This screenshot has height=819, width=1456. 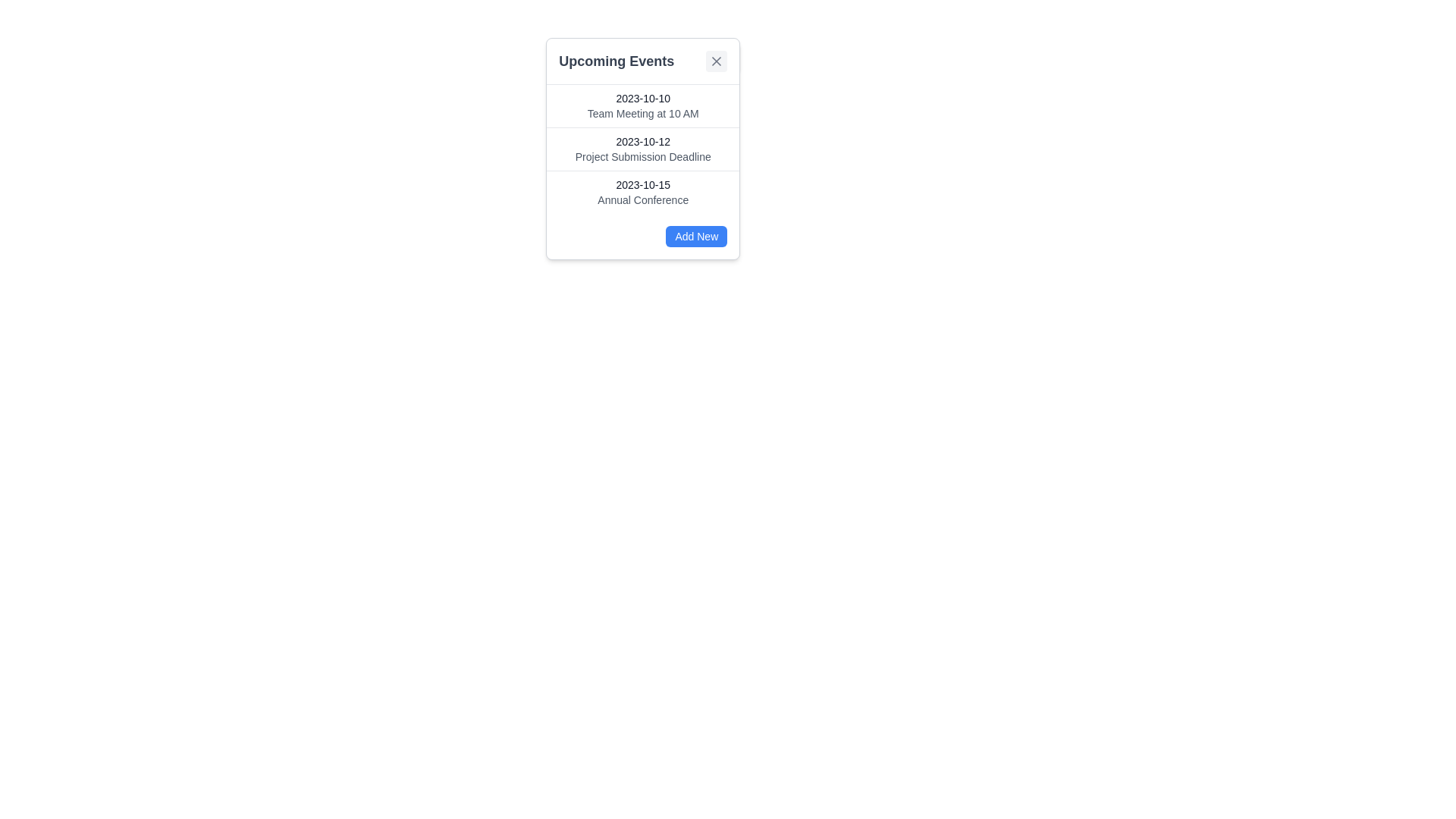 I want to click on the text label displaying the date '2023-10-12' in the second entry of the Upcoming Events panel, so click(x=643, y=141).